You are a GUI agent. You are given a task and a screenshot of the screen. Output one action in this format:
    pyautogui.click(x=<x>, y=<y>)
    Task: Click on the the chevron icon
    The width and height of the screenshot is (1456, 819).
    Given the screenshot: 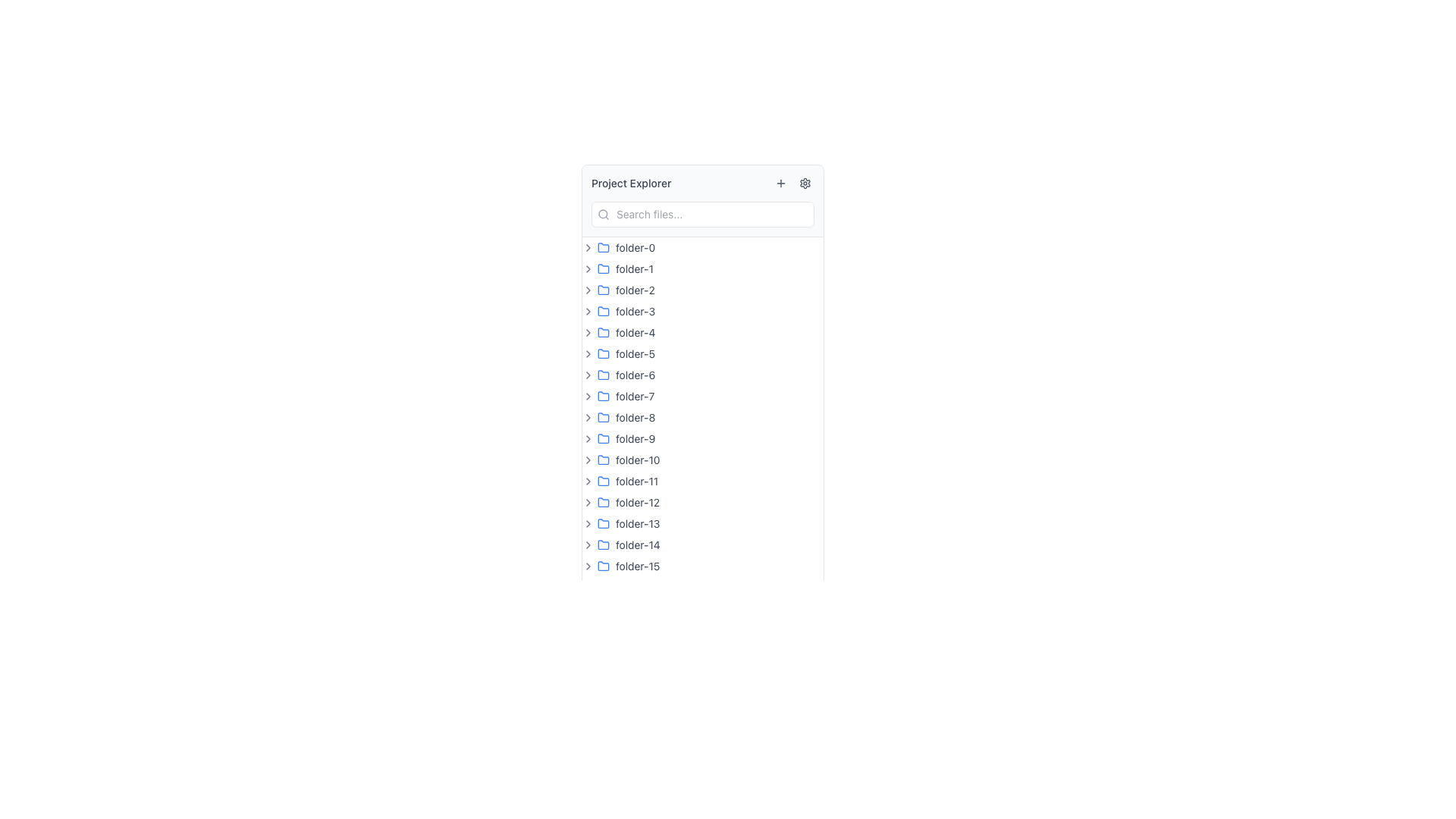 What is the action you would take?
    pyautogui.click(x=588, y=311)
    